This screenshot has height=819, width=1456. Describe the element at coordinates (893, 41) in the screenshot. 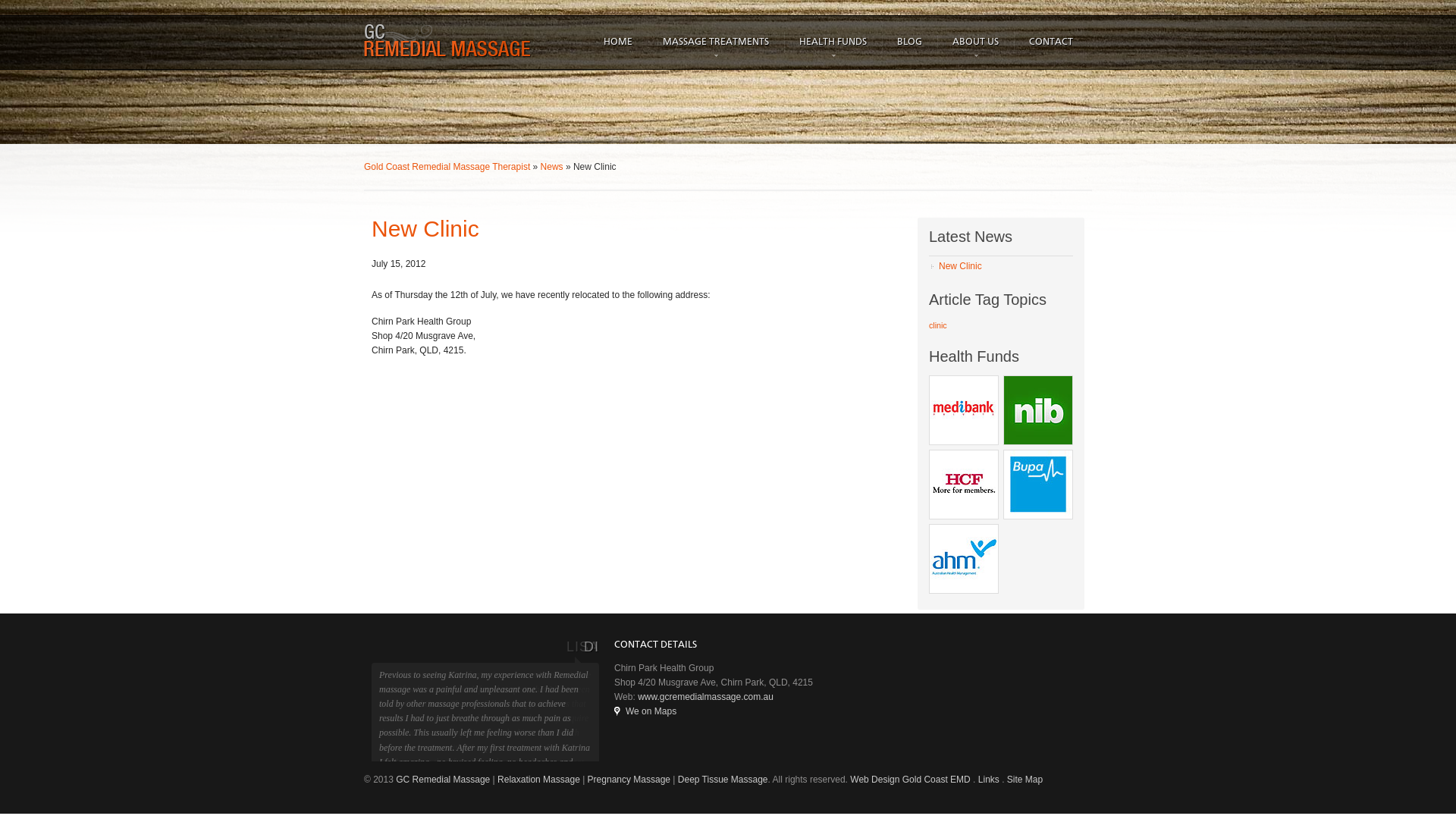

I see `'BLOG'` at that location.